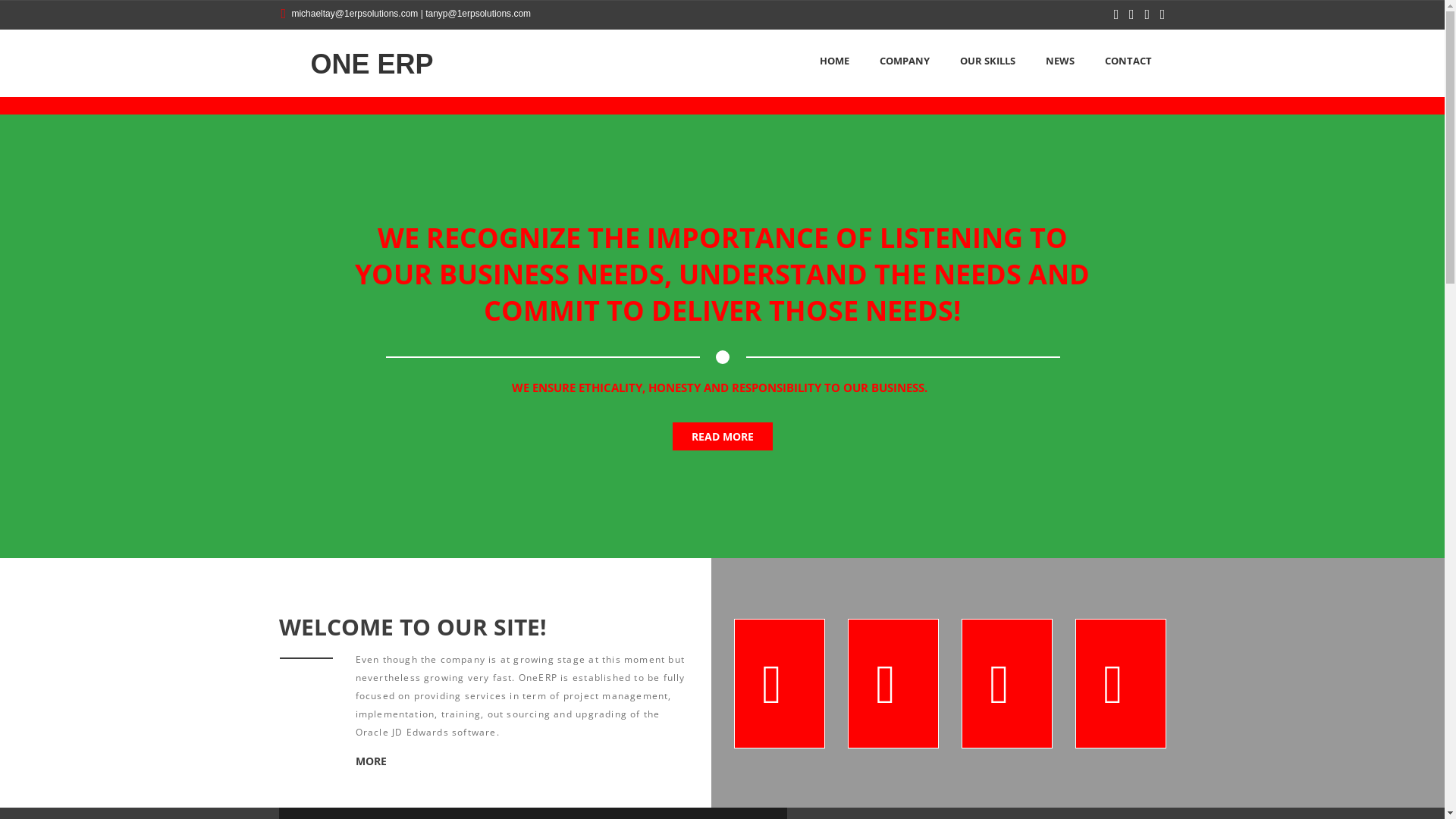 Image resolution: width=1456 pixels, height=819 pixels. I want to click on 'READ MORE', so click(671, 436).